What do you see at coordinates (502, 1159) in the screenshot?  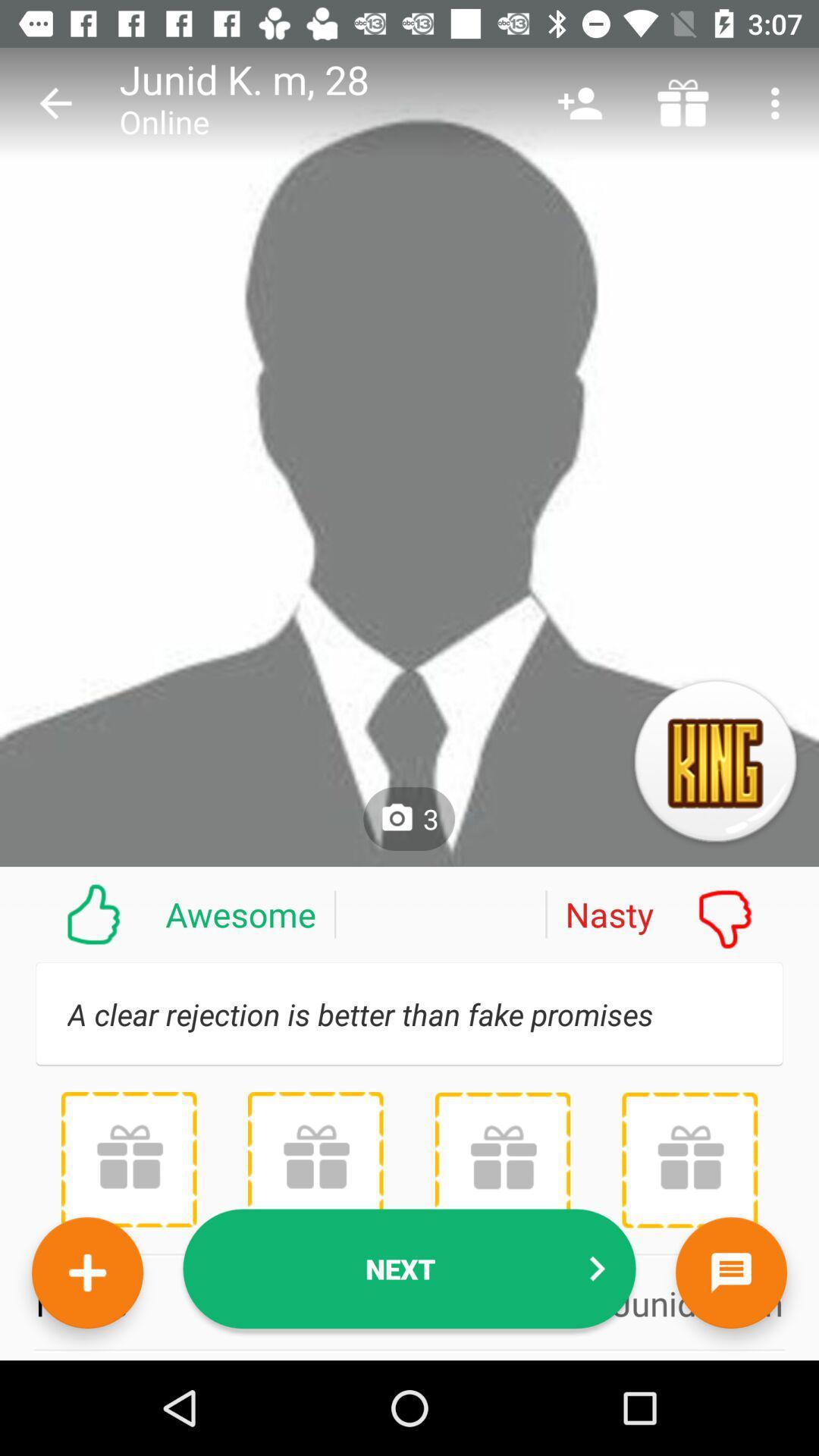 I see `profile gifts received` at bounding box center [502, 1159].